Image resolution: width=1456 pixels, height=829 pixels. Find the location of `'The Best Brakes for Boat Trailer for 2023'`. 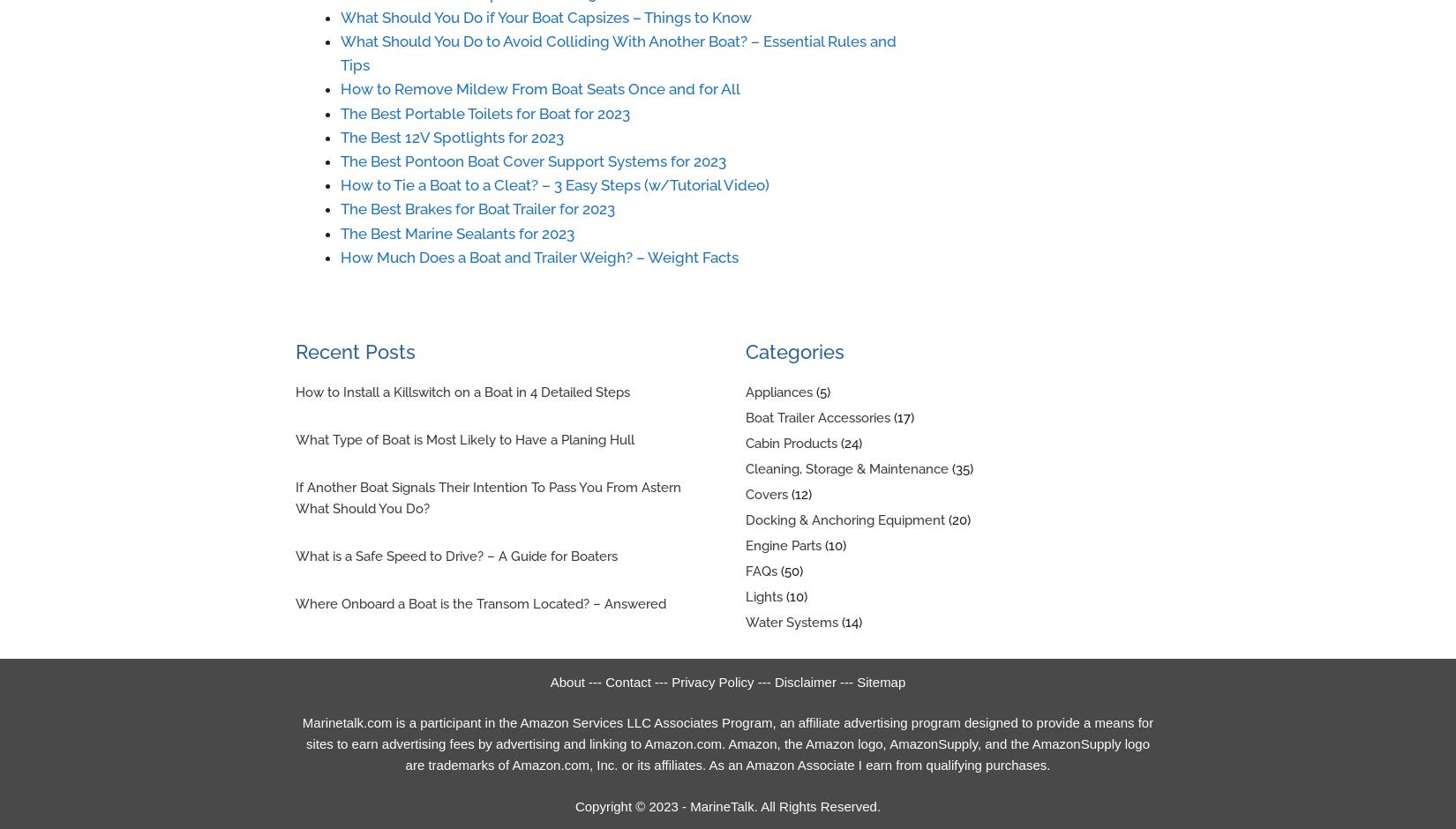

'The Best Brakes for Boat Trailer for 2023' is located at coordinates (477, 208).